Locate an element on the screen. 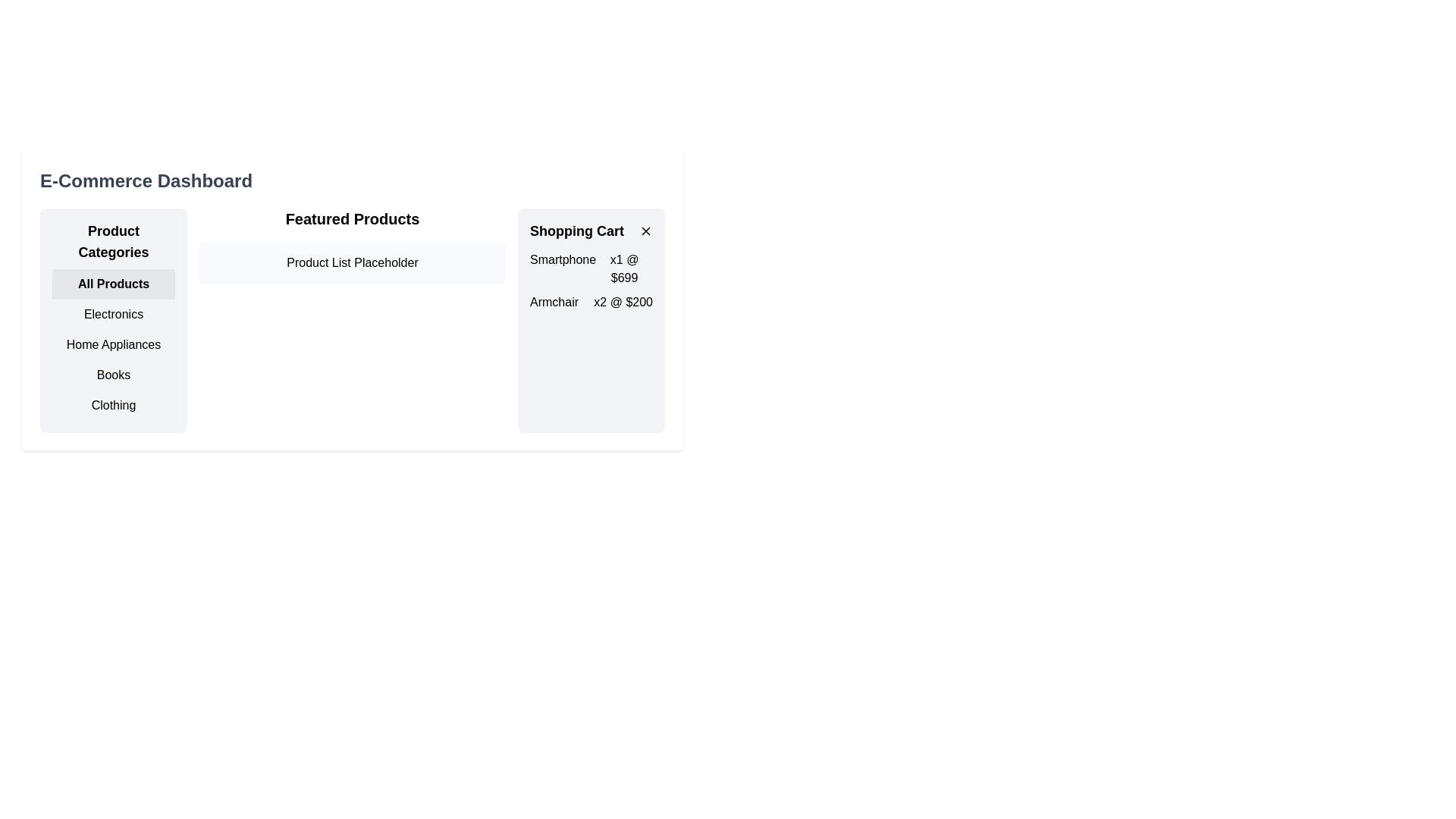 This screenshot has height=819, width=1456. product name displayed in the text label located in the shopping cart summary, which starts with 'Smartphone' is located at coordinates (562, 268).